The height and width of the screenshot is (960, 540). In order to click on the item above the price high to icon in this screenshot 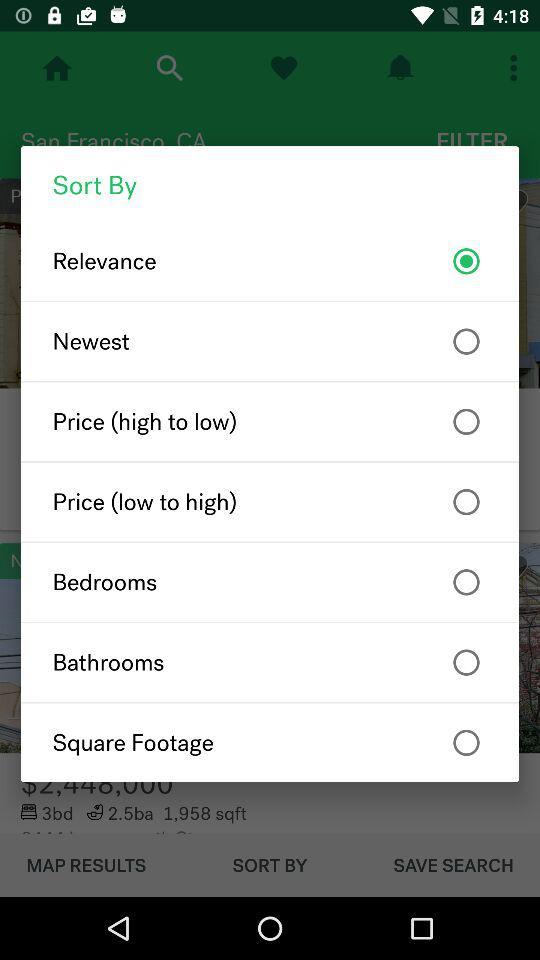, I will do `click(270, 341)`.